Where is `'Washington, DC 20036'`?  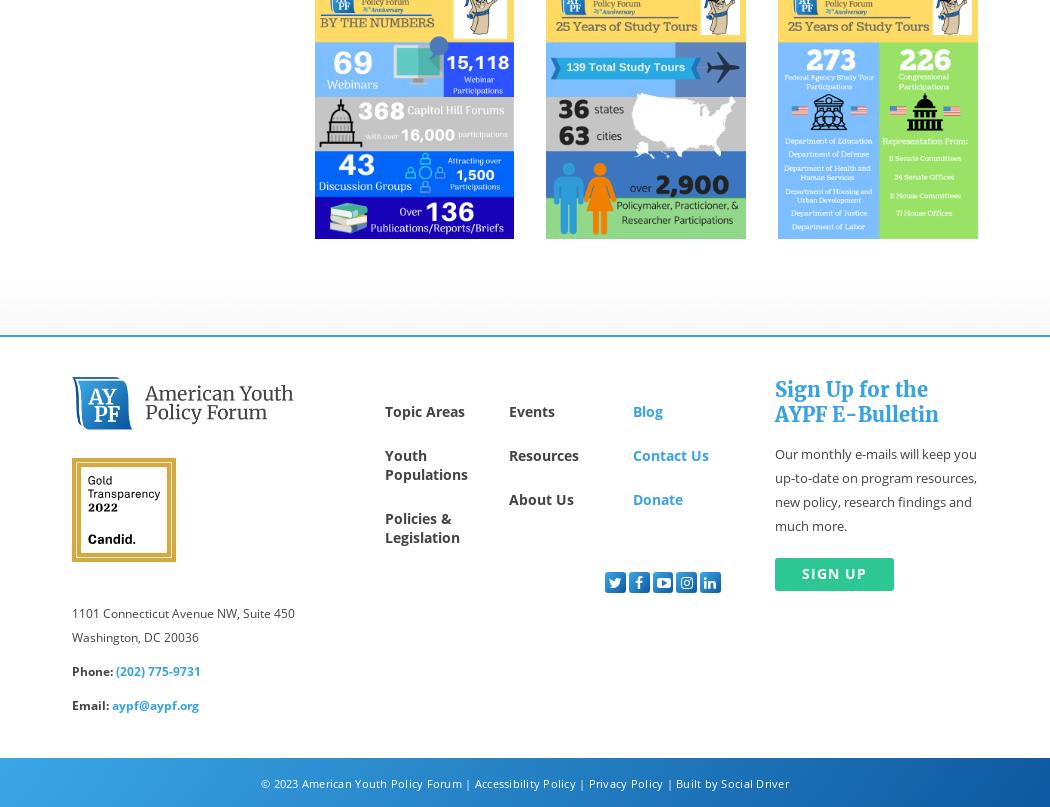 'Washington, DC 20036' is located at coordinates (134, 636).